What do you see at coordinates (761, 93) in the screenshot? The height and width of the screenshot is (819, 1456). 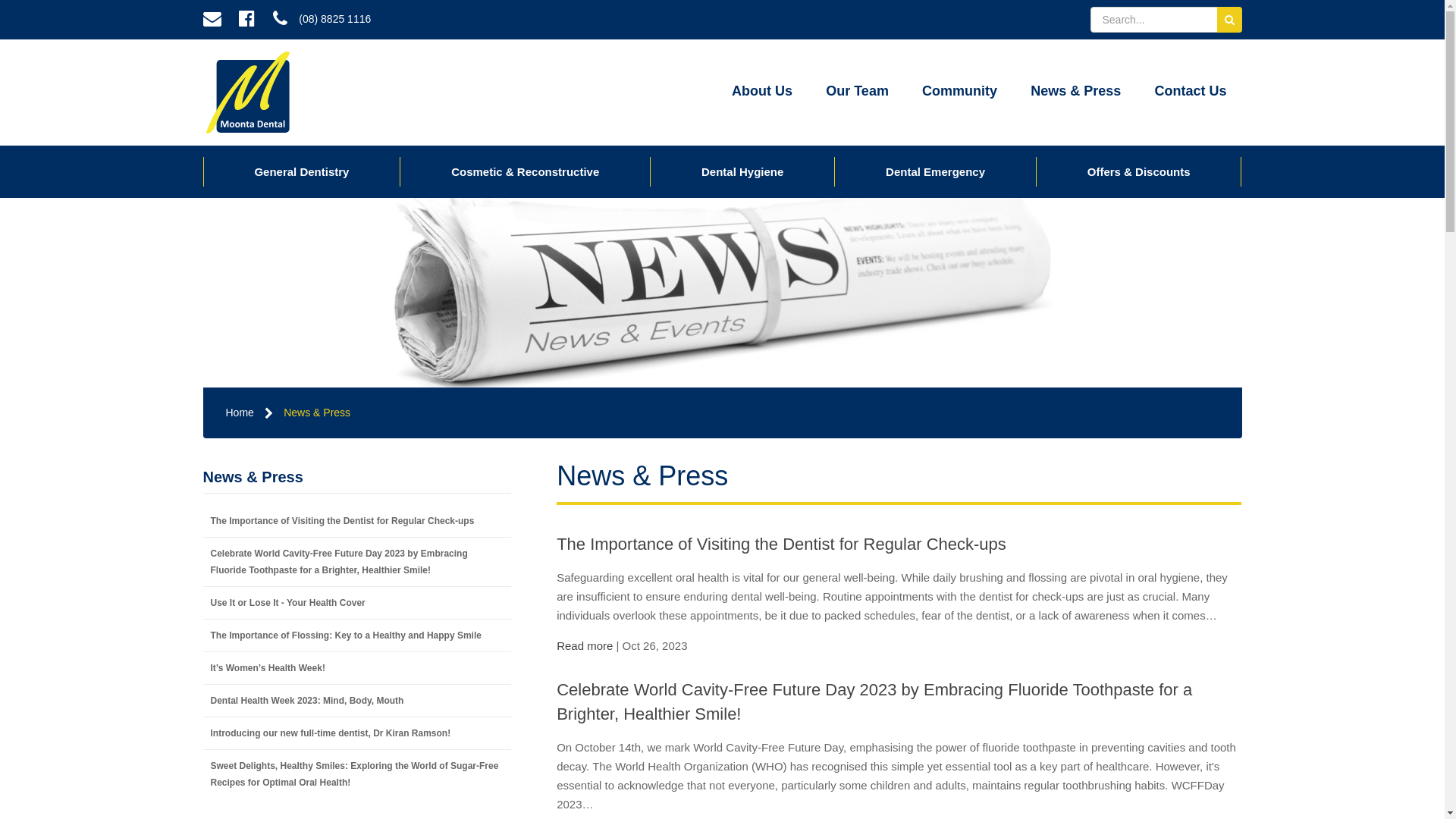 I see `'About Us'` at bounding box center [761, 93].